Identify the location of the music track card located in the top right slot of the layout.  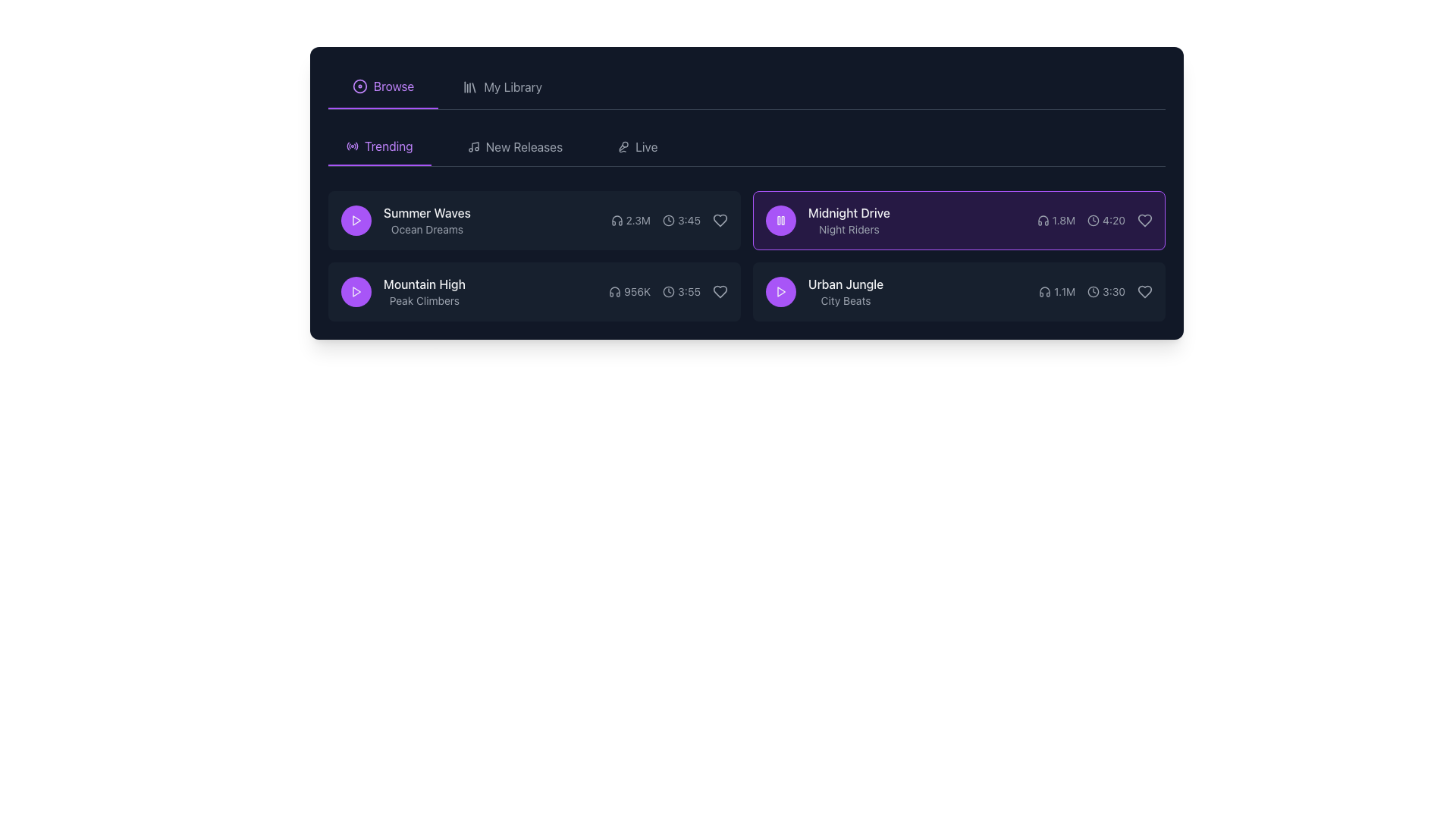
(959, 220).